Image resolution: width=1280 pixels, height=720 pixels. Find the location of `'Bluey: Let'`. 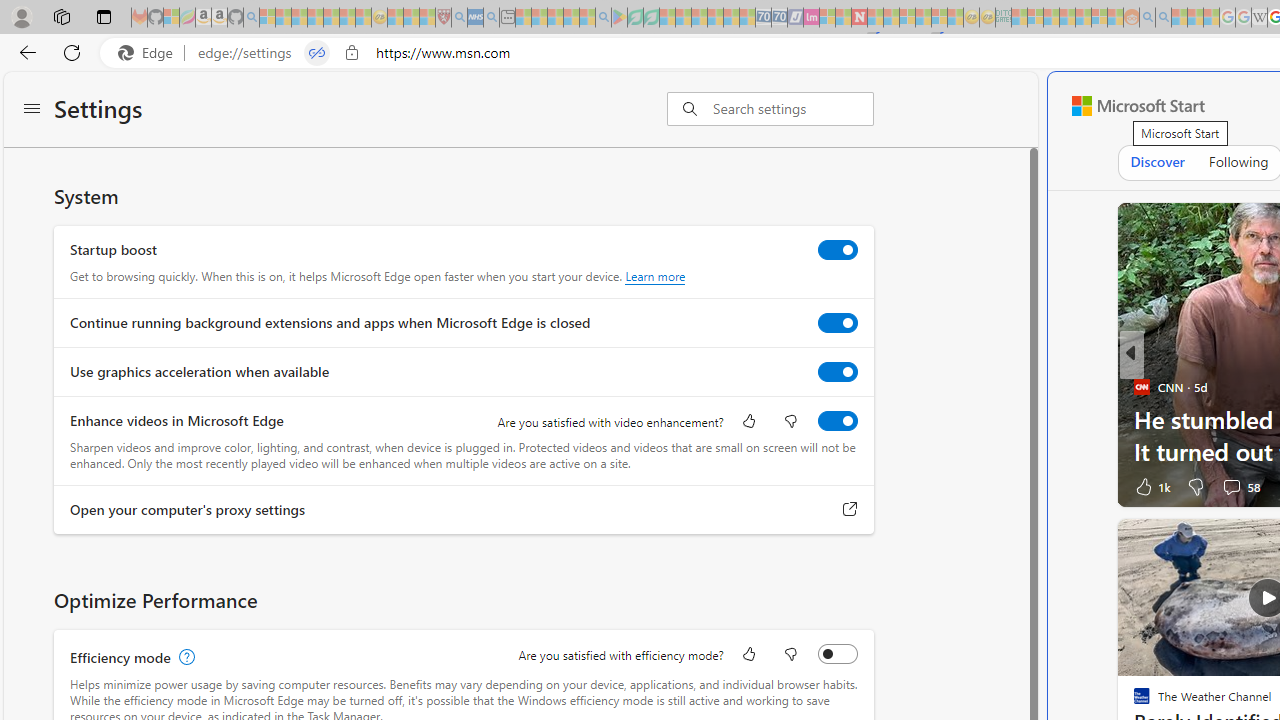

'Bluey: Let' is located at coordinates (618, 17).